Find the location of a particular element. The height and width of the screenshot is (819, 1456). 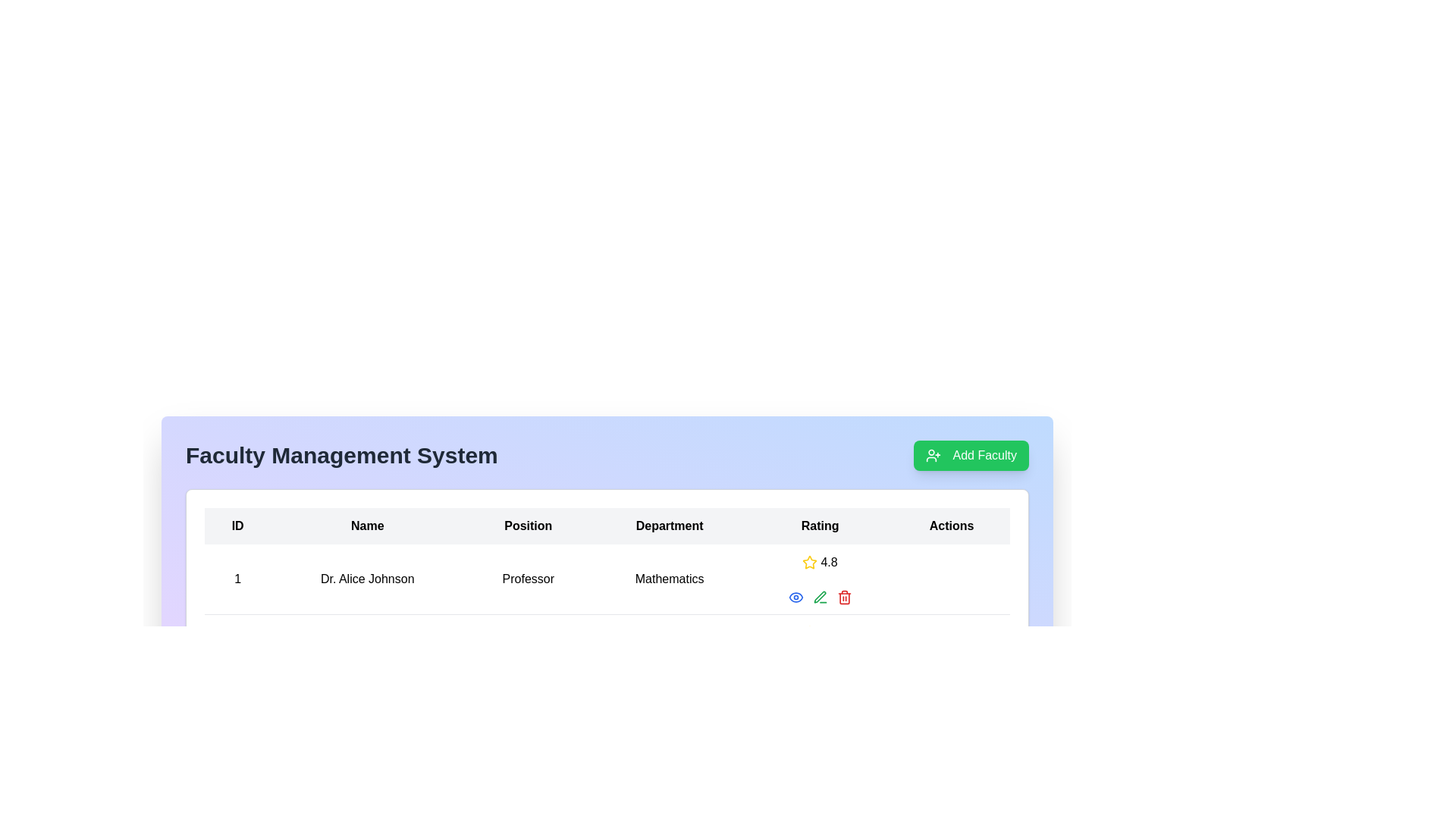

the text label displaying 'Name' in bold font, which is the second column header of the table located between 'ID' and 'Position' is located at coordinates (367, 526).